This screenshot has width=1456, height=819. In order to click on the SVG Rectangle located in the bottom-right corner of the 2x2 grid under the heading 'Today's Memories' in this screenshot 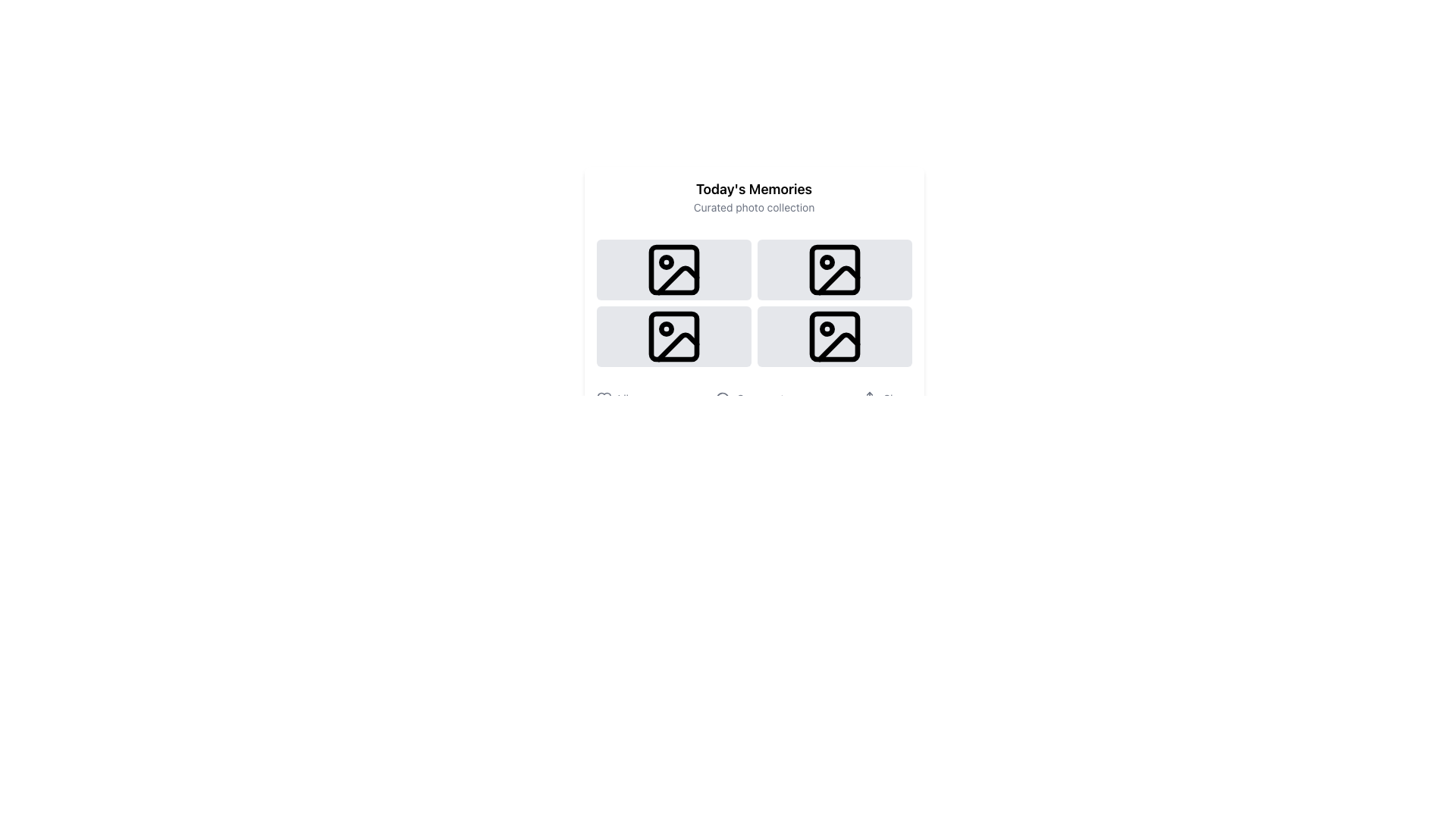, I will do `click(833, 335)`.